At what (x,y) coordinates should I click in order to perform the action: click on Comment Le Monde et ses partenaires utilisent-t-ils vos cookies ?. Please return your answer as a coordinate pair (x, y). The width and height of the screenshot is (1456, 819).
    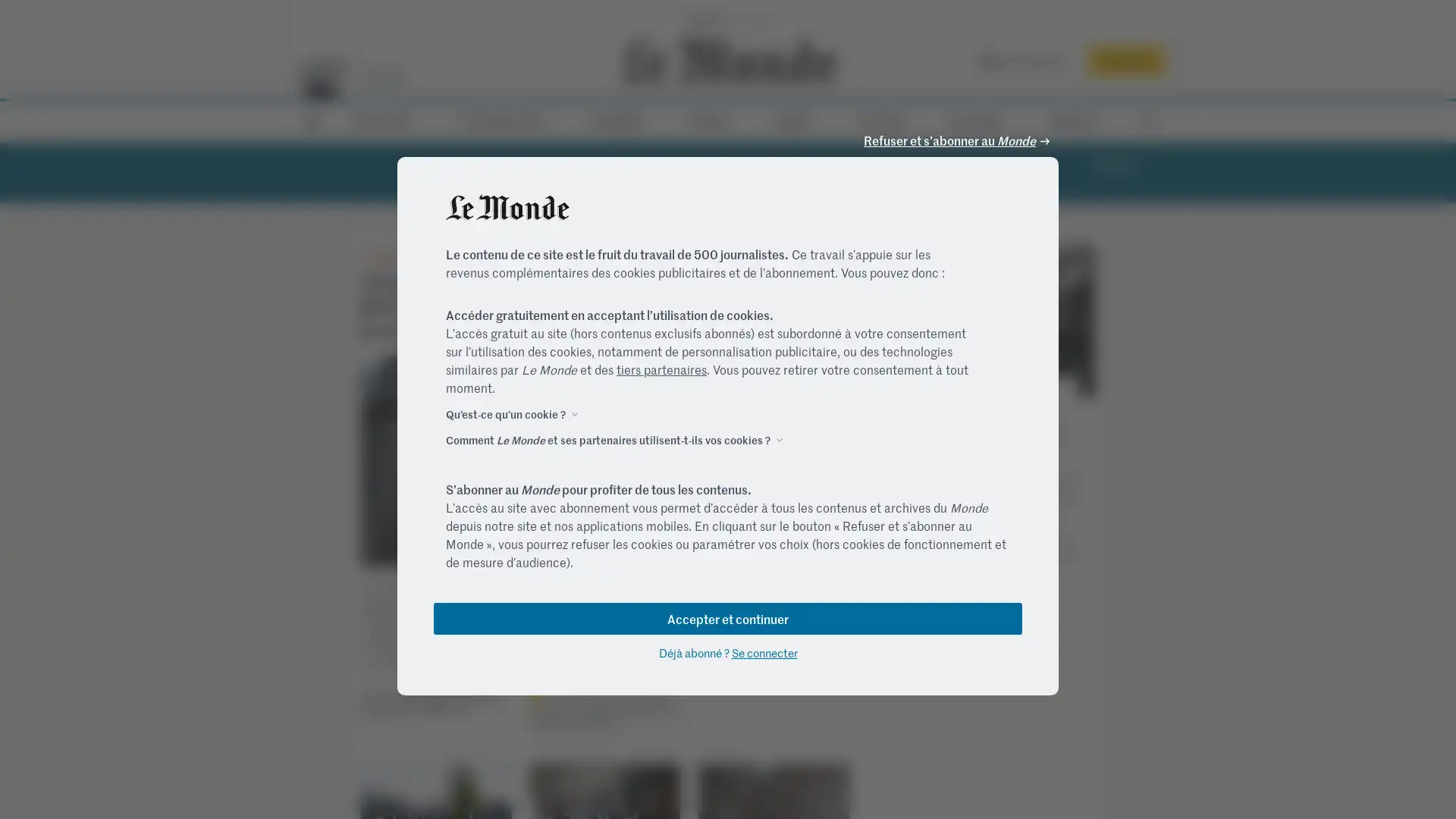
    Looking at the image, I should click on (607, 438).